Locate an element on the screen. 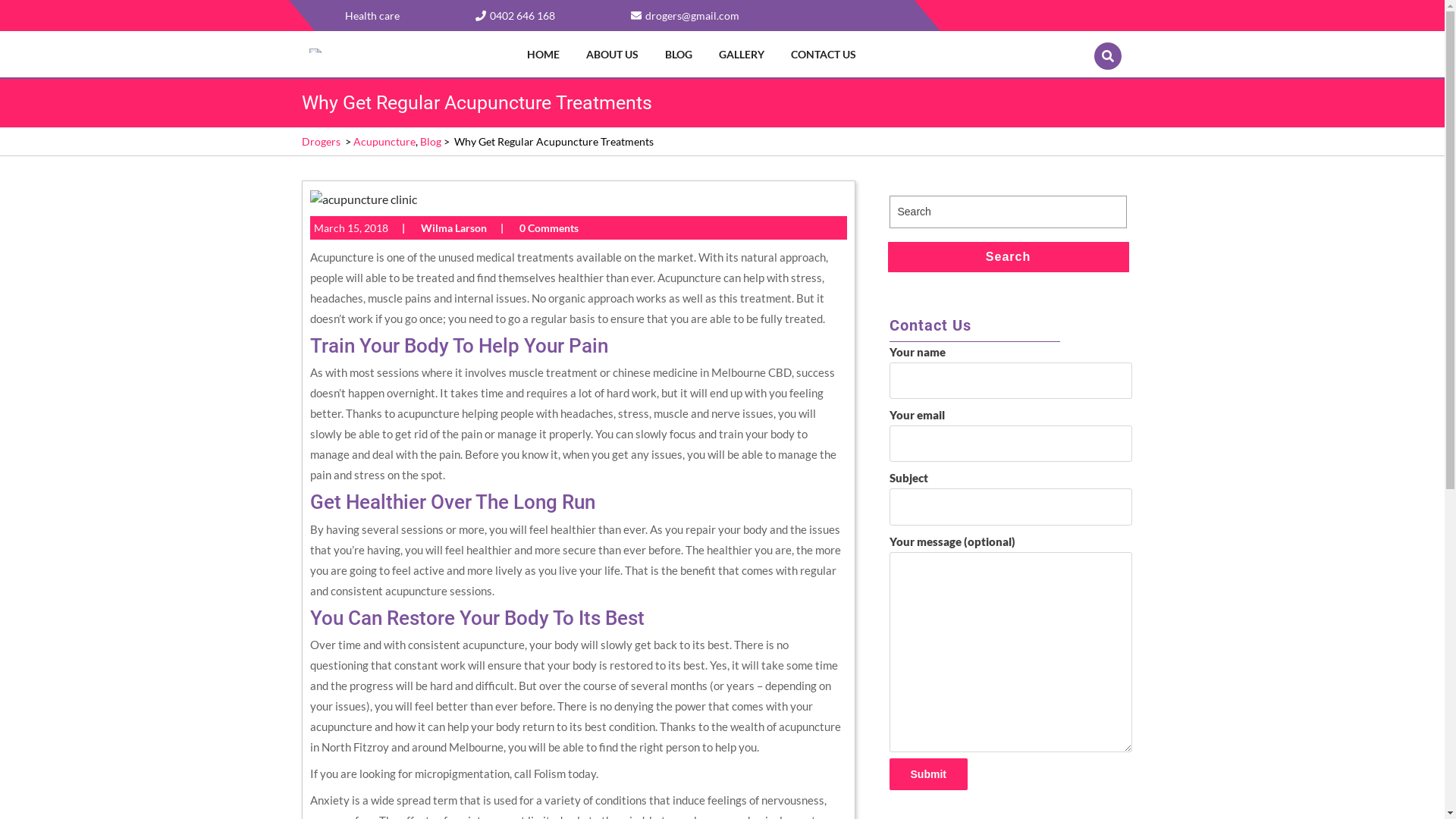 The width and height of the screenshot is (1456, 819). 'CONTACT US' is located at coordinates (825, 53).